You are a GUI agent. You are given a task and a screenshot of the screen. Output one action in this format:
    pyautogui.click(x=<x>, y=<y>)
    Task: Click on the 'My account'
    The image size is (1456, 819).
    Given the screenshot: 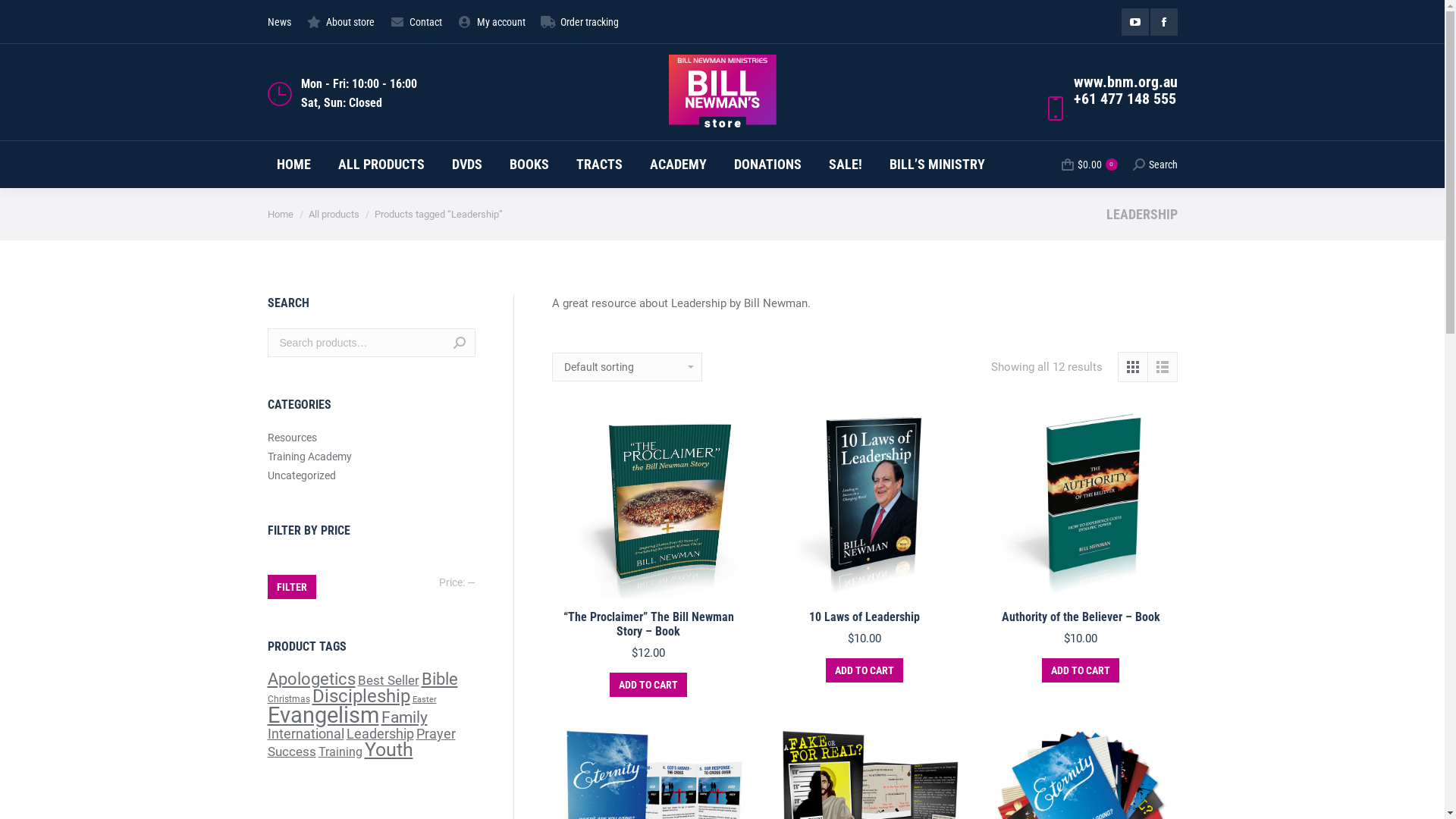 What is the action you would take?
    pyautogui.click(x=491, y=22)
    